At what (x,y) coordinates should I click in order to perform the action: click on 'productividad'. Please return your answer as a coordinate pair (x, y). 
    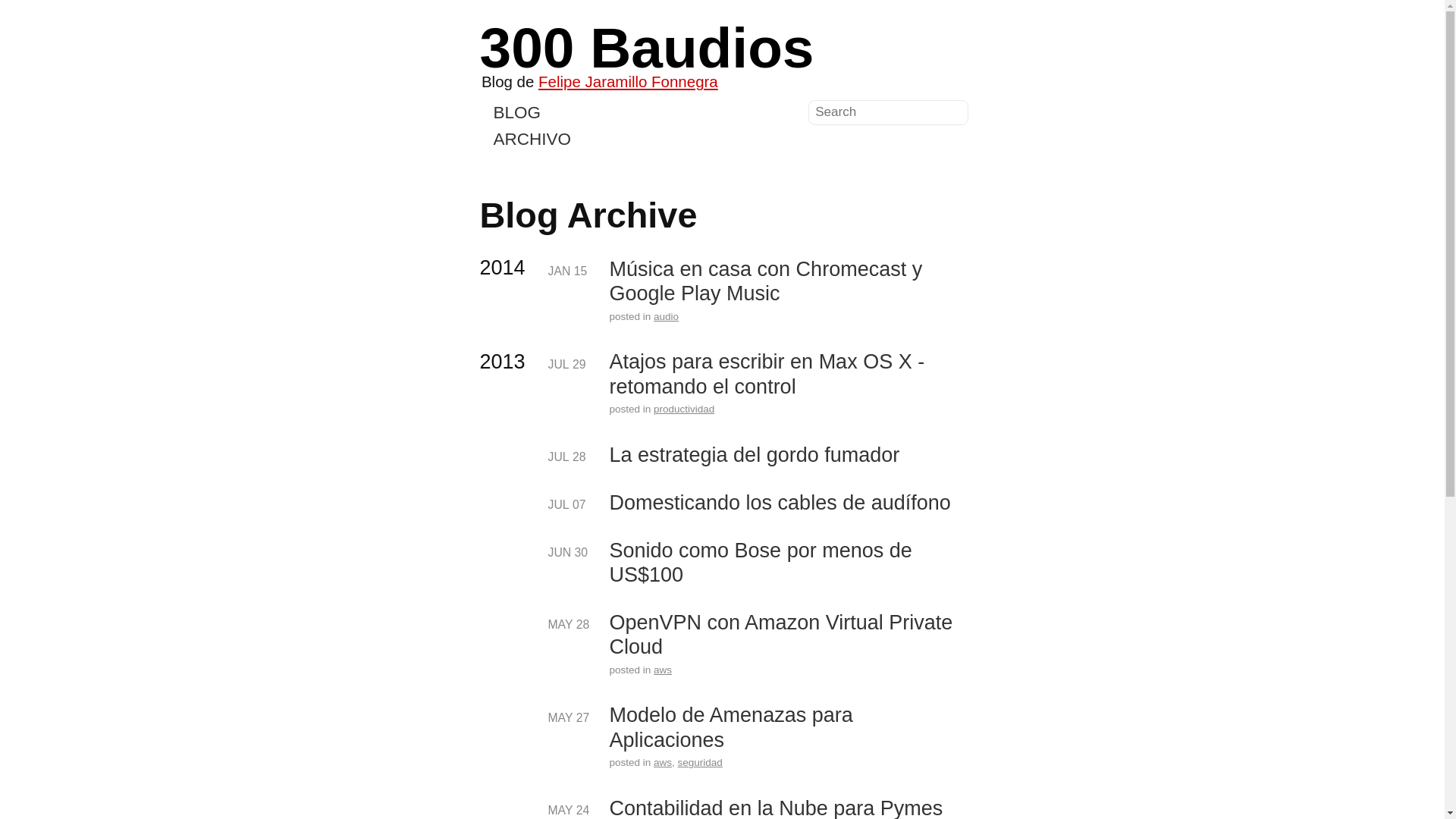
    Looking at the image, I should click on (683, 408).